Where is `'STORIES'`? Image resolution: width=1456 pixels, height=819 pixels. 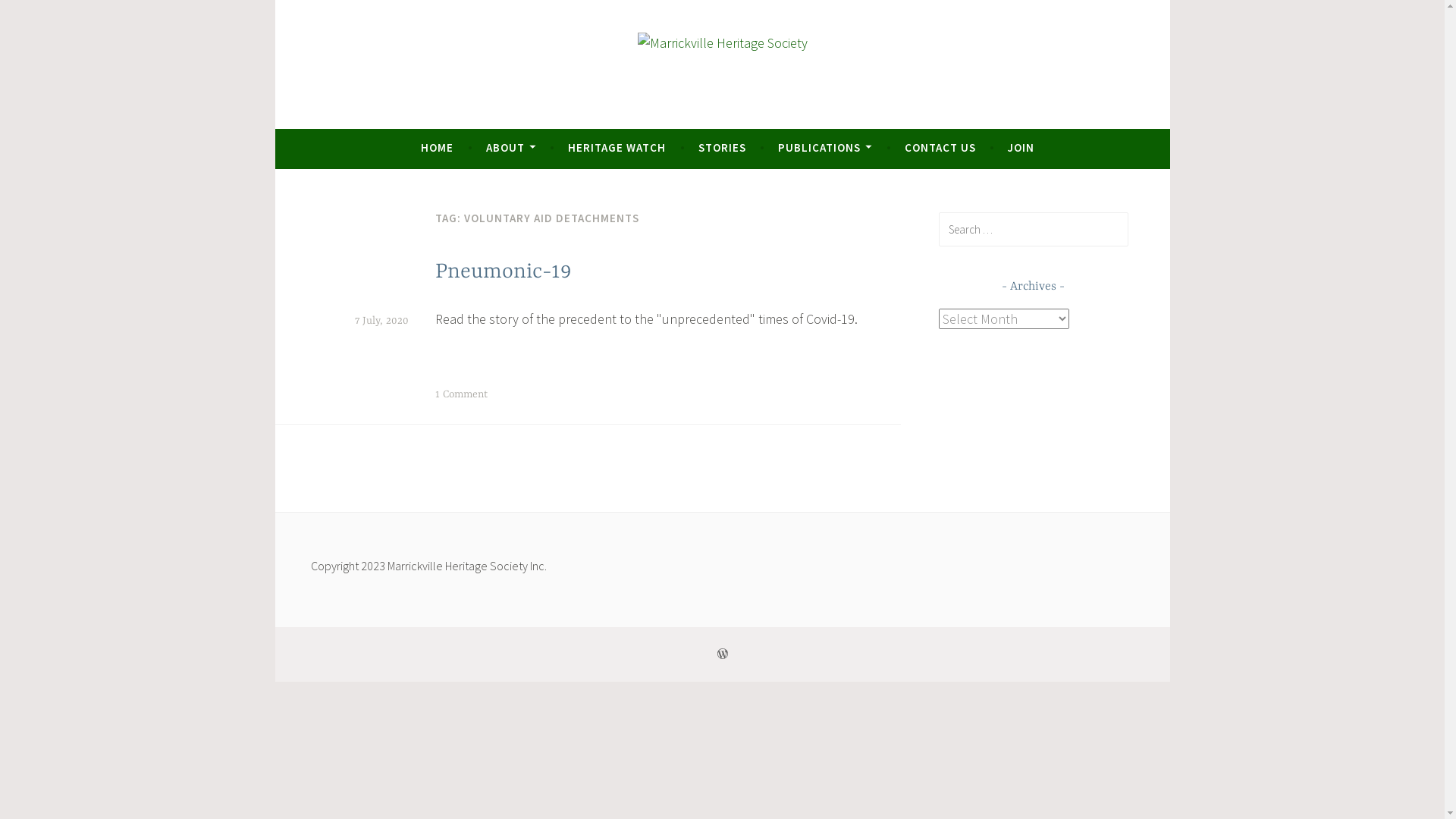
'STORIES' is located at coordinates (721, 148).